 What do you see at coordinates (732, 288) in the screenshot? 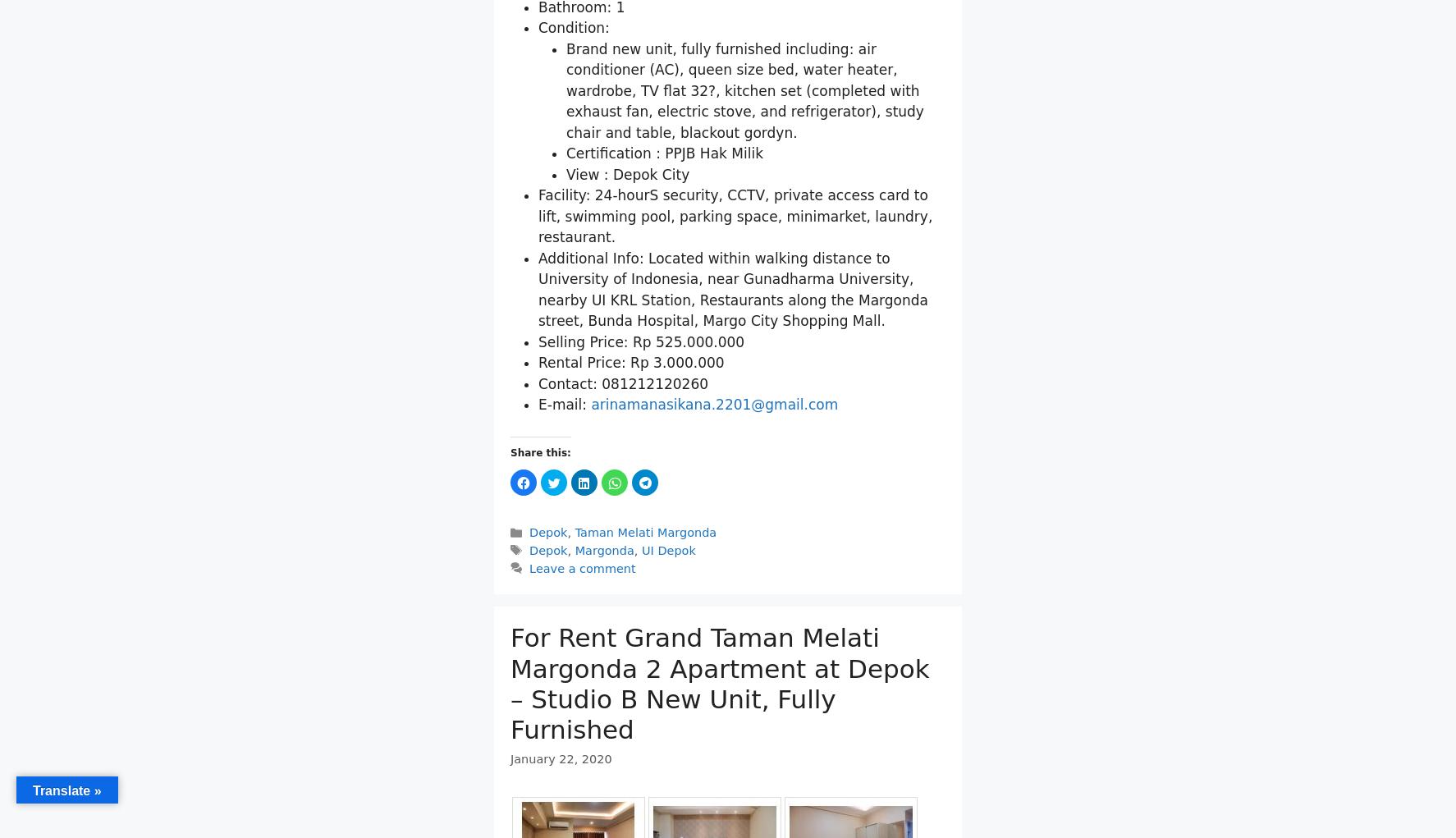
I see `'Additional Info: Located within walking distance to University of Indonesia, near Gunadharma University, nearby UI KRL Station, Restaurants along the Margonda street, Bunda Hospital, Margo City Shopping Mall.'` at bounding box center [732, 288].